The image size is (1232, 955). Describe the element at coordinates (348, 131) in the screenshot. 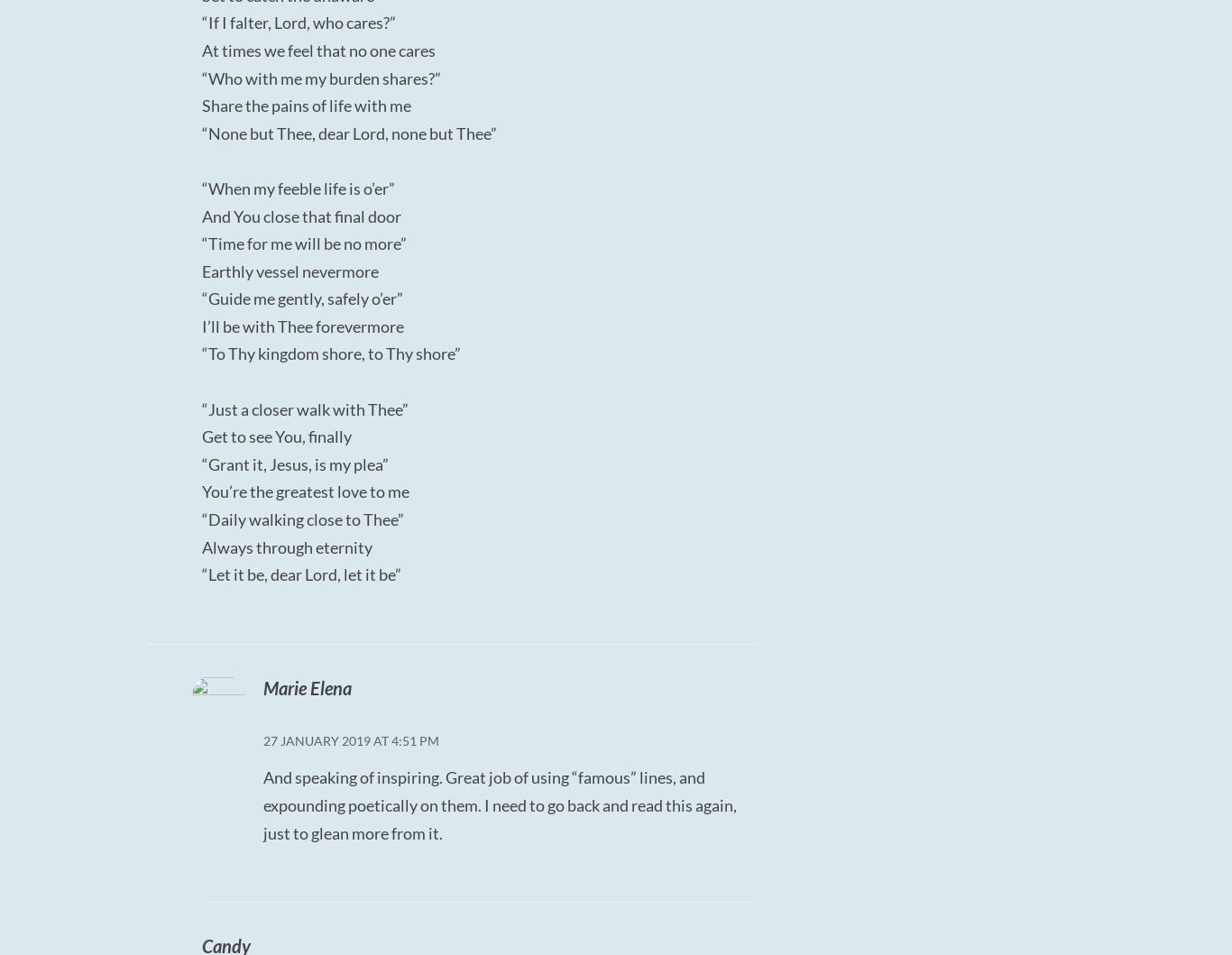

I see `'“None but Thee, dear Lord, none but Thee”'` at that location.